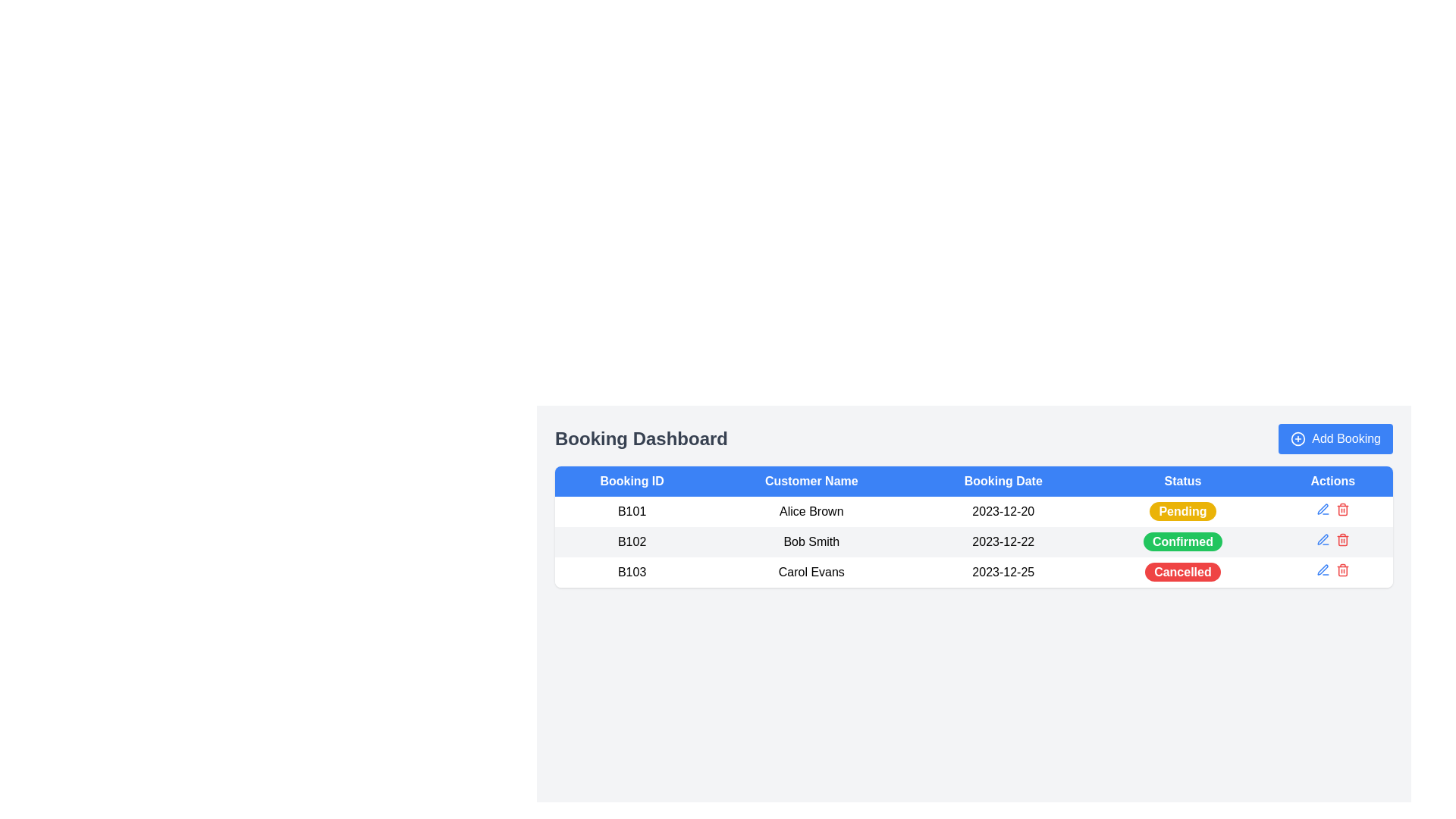 Image resolution: width=1456 pixels, height=819 pixels. I want to click on the red-colored trash can icon in the 'Actions' column for 'Bob Smith' with a 'Confirmed' status to observe the hover effect, so click(1342, 539).